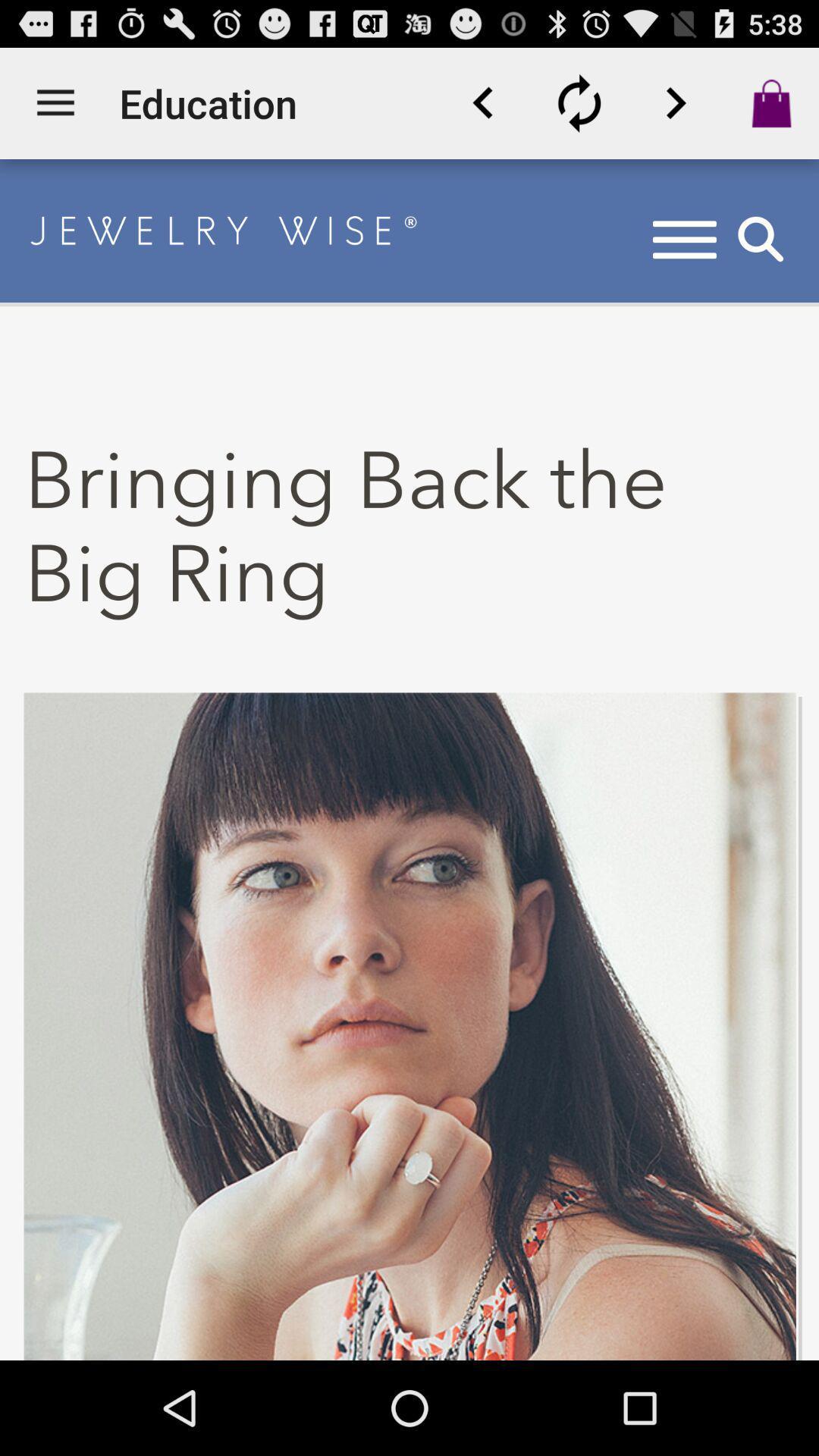 The height and width of the screenshot is (1456, 819). I want to click on refresh page, so click(579, 102).